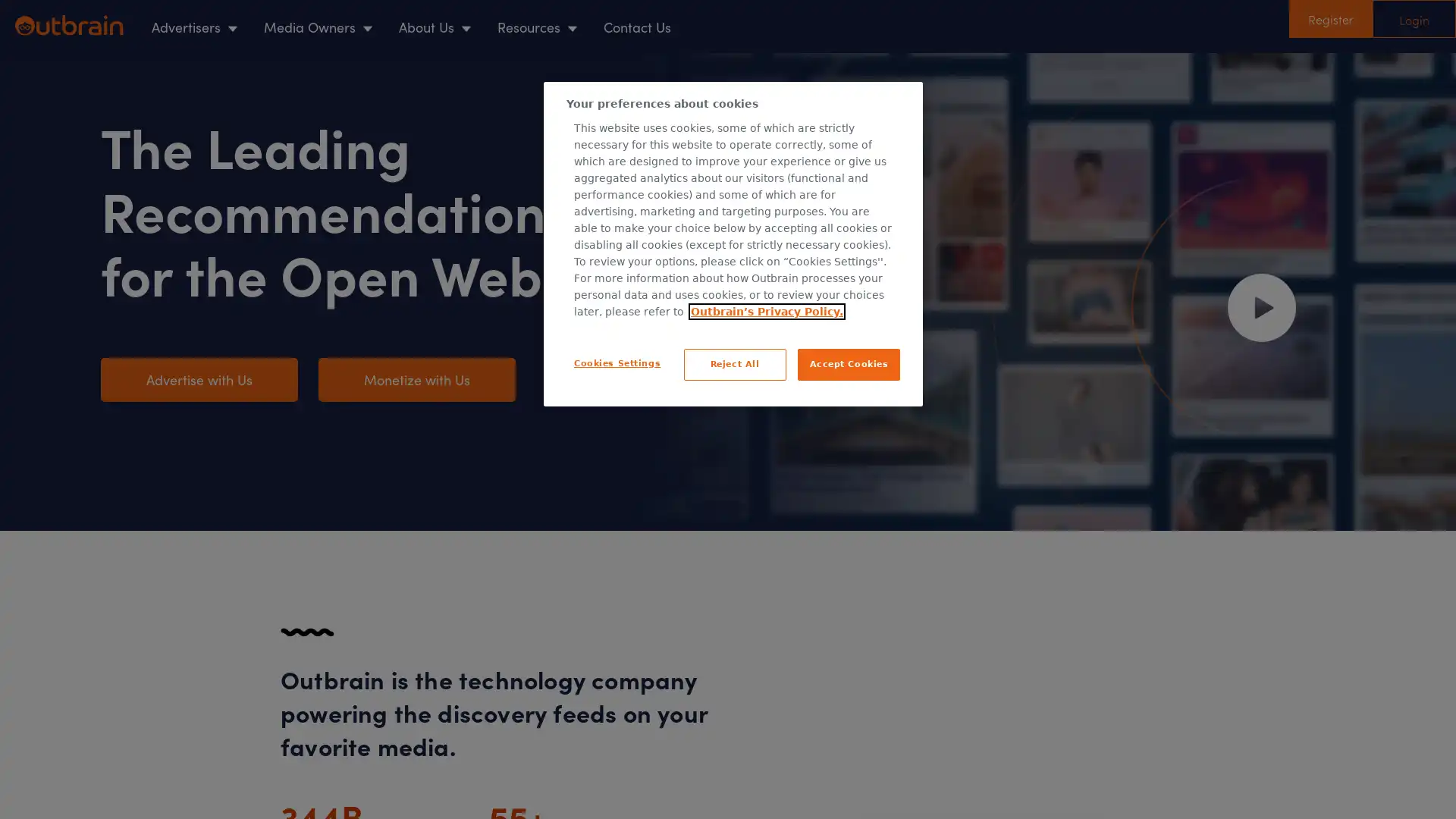 The height and width of the screenshot is (819, 1456). Describe the element at coordinates (848, 363) in the screenshot. I see `Accept Cookies` at that location.